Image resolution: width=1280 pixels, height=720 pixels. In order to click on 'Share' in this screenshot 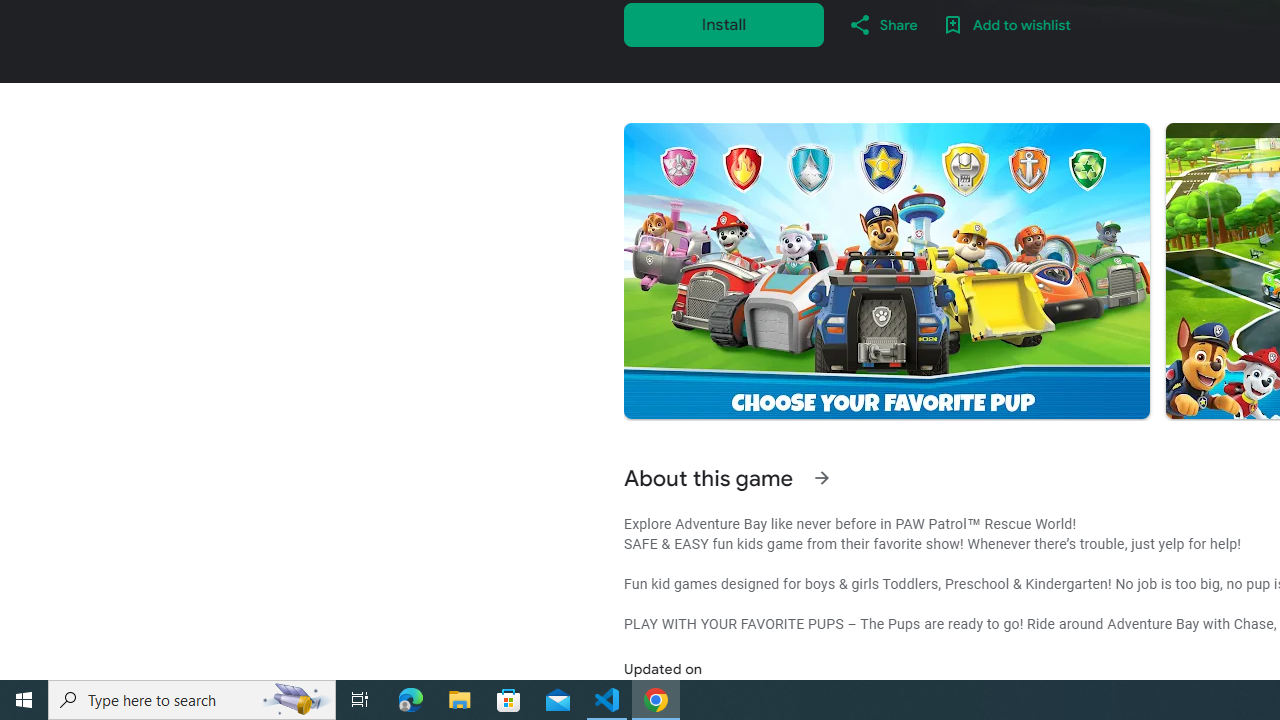, I will do `click(880, 24)`.